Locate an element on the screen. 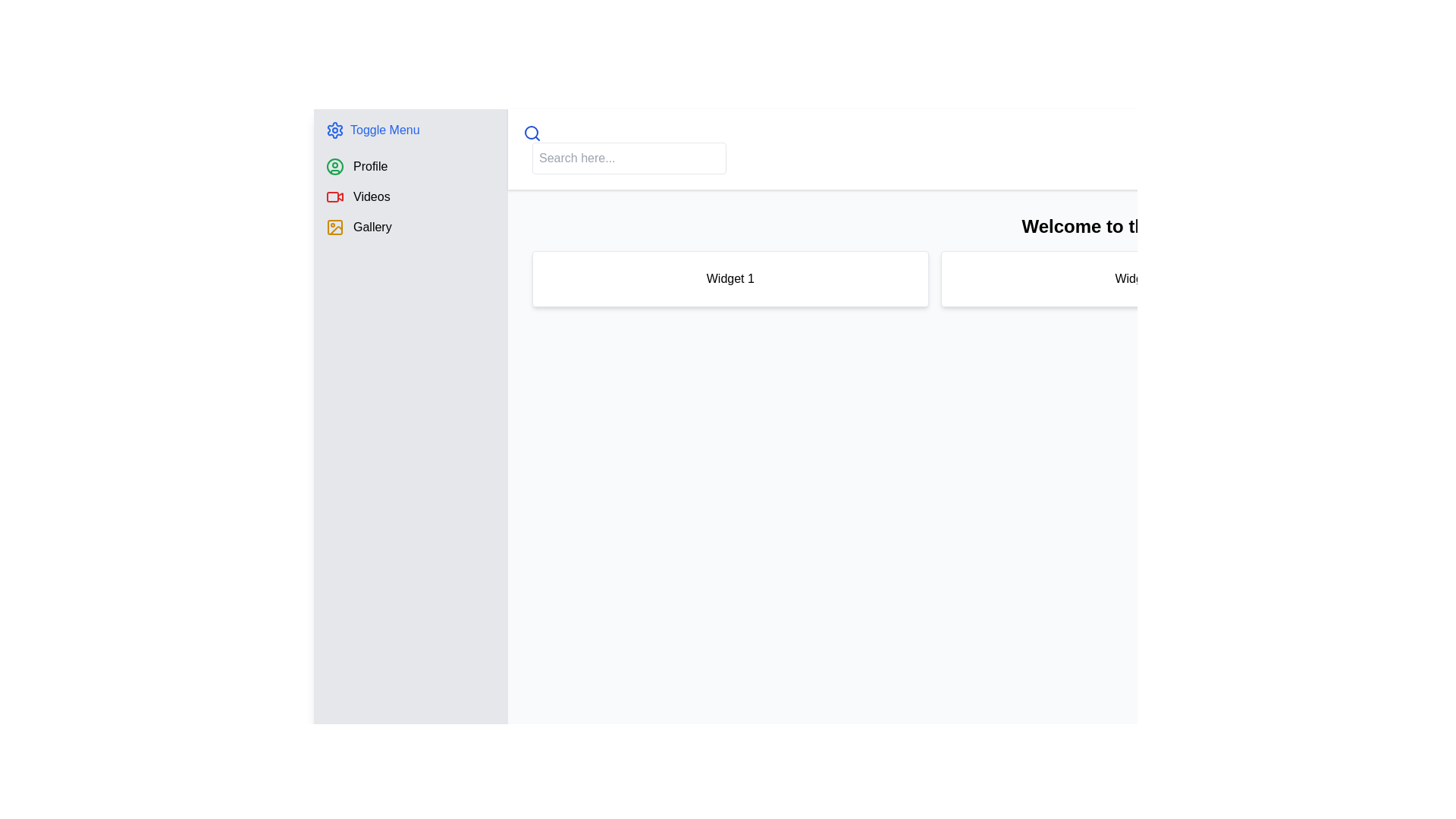 Image resolution: width=1456 pixels, height=819 pixels. the lower portion of the red video camera icon that represents the 'Videos' navigation item is located at coordinates (331, 196).